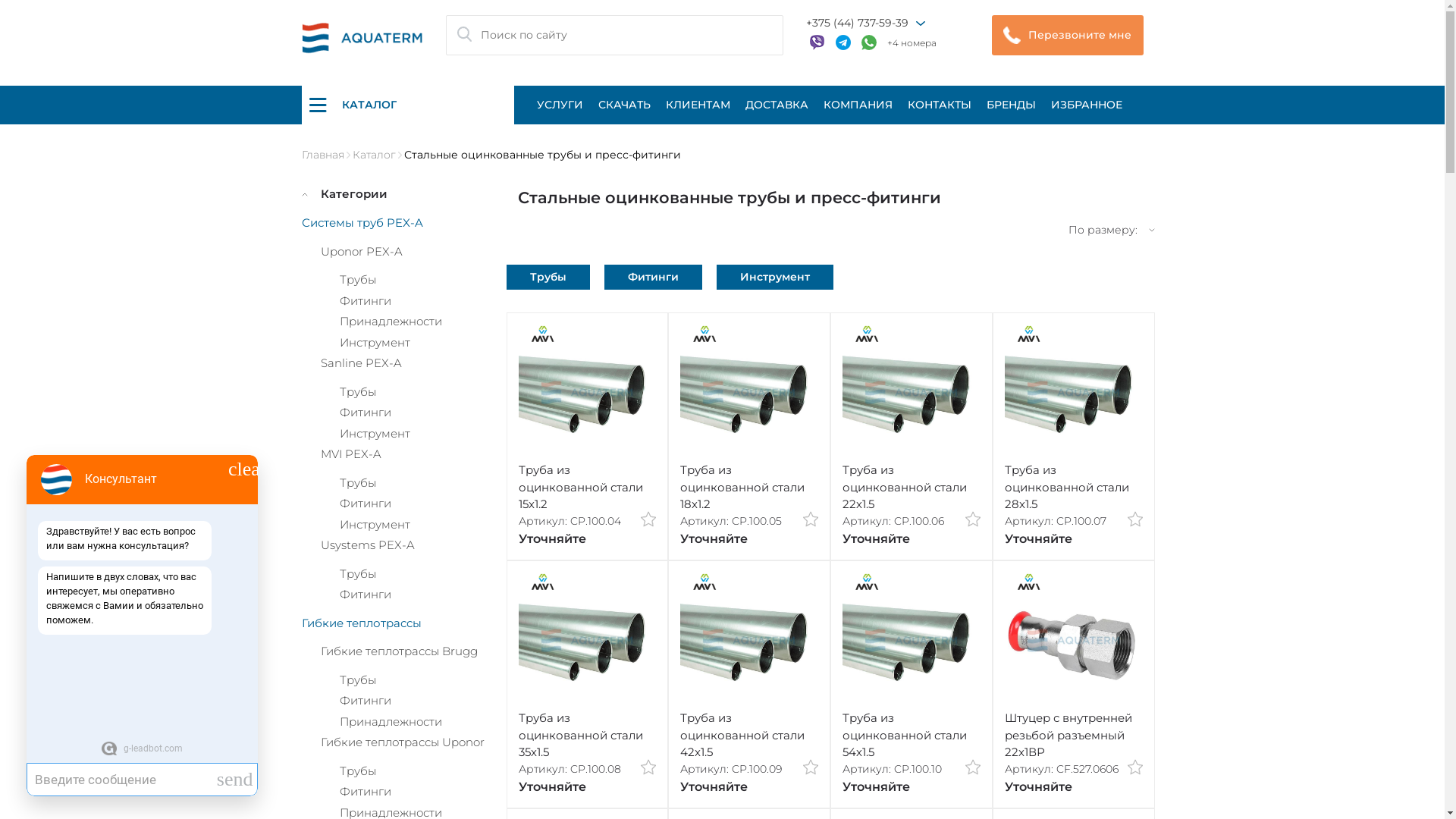 This screenshot has width=1456, height=819. What do you see at coordinates (367, 544) in the screenshot?
I see `'Usystems PEX-A'` at bounding box center [367, 544].